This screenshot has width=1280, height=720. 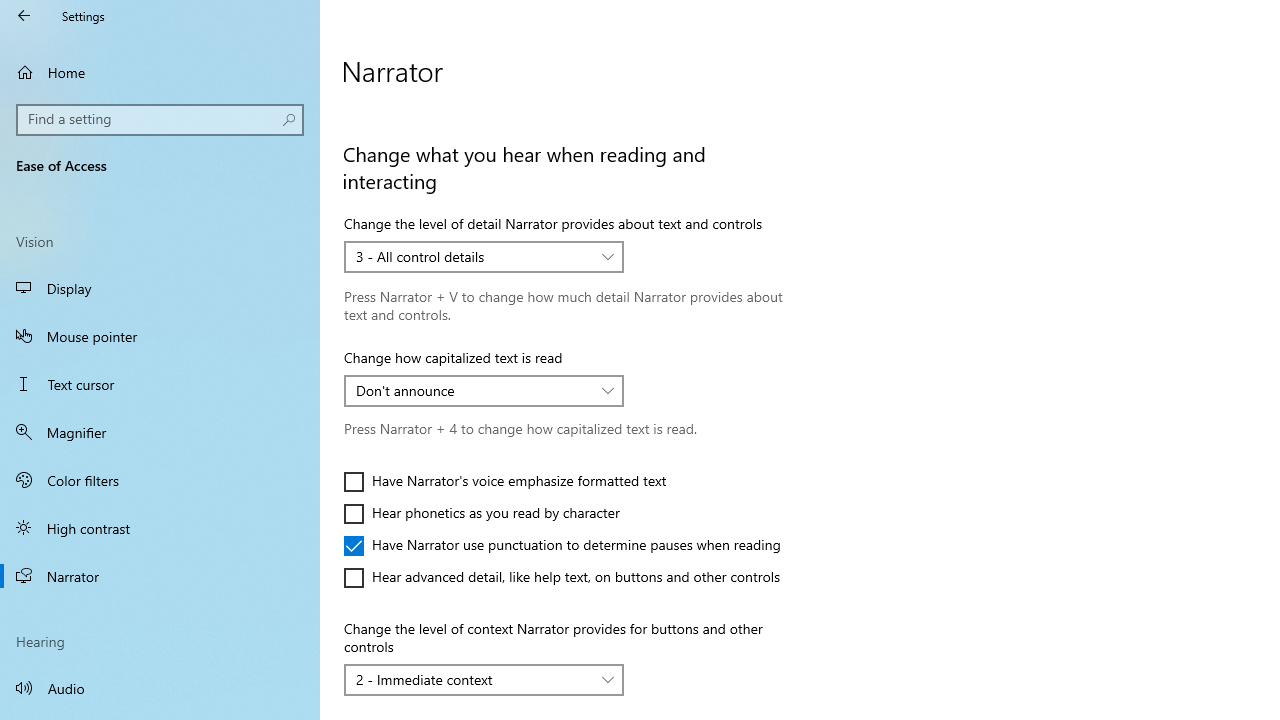 What do you see at coordinates (484, 390) in the screenshot?
I see `'Change how capitalized text is read'` at bounding box center [484, 390].